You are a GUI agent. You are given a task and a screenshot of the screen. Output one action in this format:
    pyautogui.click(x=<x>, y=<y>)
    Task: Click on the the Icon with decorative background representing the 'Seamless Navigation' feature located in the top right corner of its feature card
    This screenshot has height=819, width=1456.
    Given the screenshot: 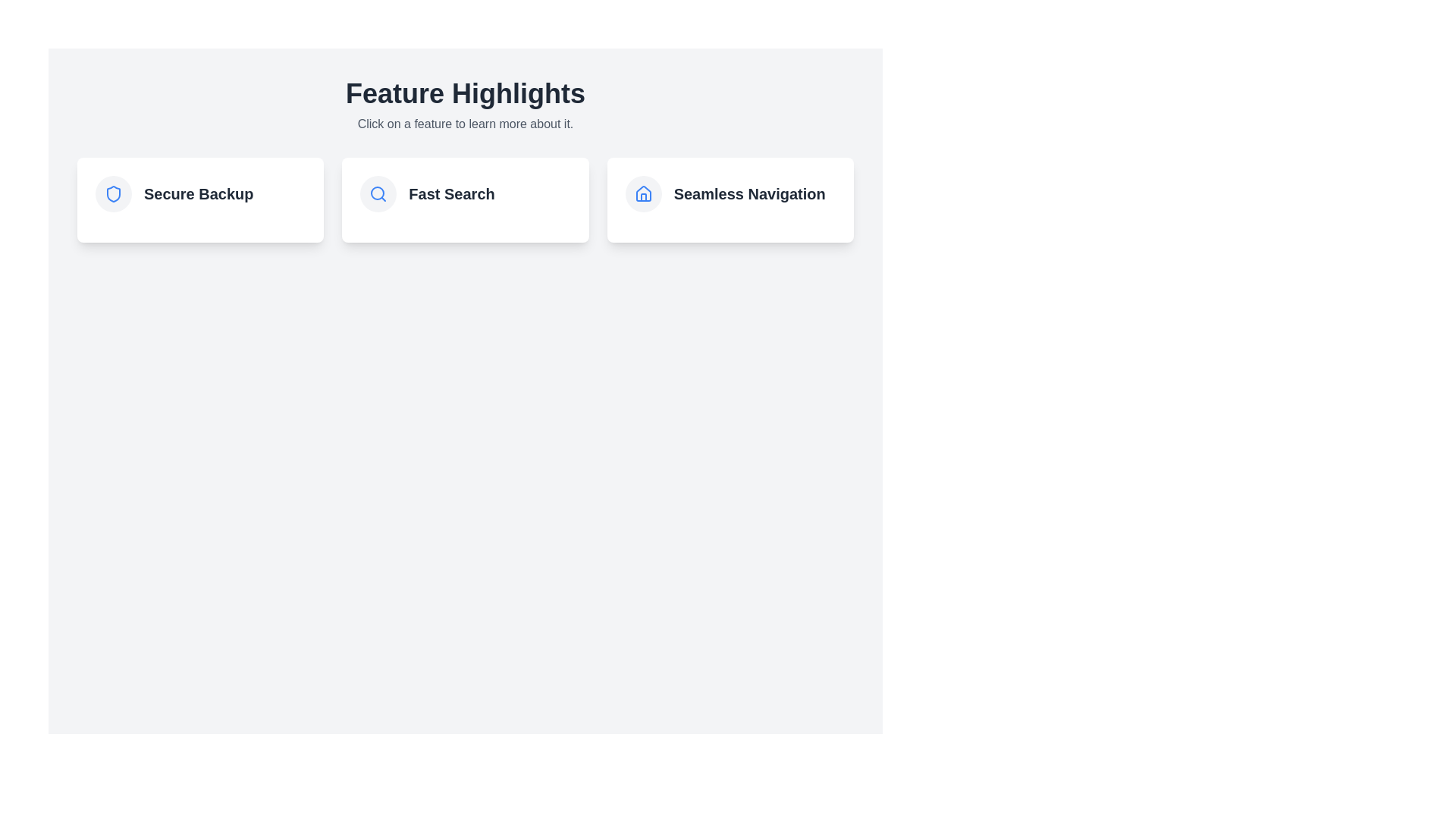 What is the action you would take?
    pyautogui.click(x=643, y=193)
    